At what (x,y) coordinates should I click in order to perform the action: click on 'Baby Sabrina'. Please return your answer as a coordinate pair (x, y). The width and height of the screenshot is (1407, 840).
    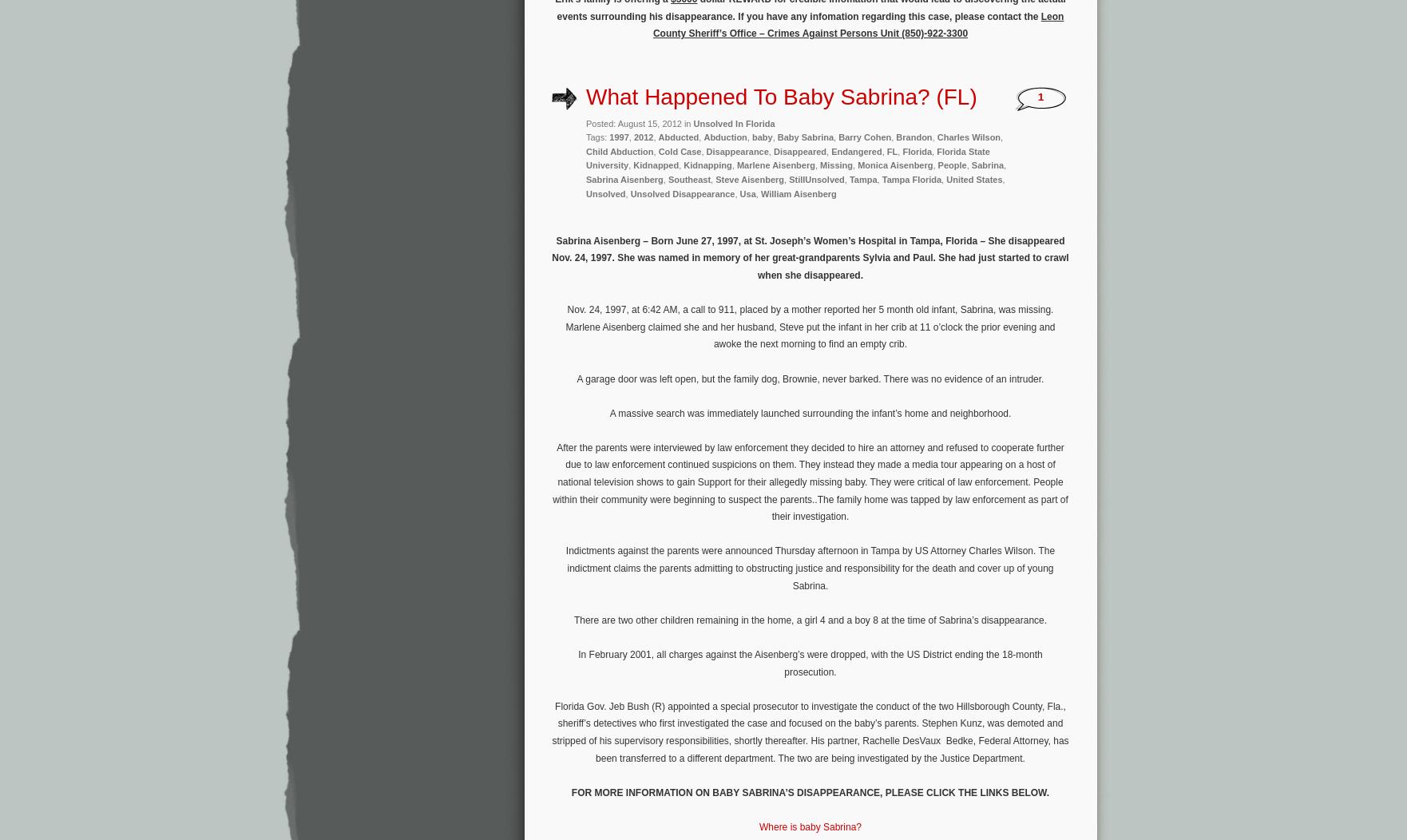
    Looking at the image, I should click on (805, 137).